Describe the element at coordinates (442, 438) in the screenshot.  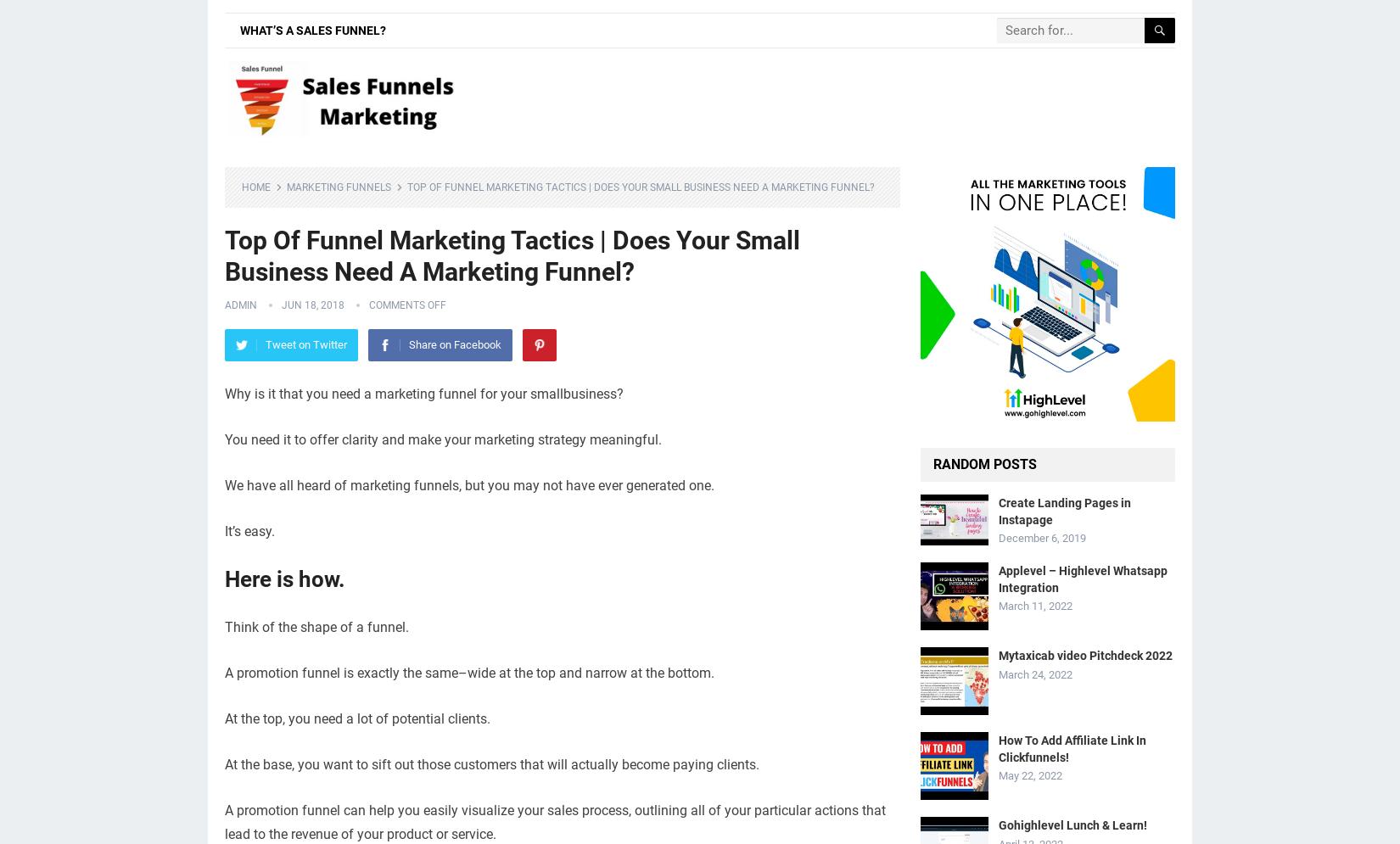
I see `'You need it to offer clarity and make your marketing strategy meaningful.'` at that location.